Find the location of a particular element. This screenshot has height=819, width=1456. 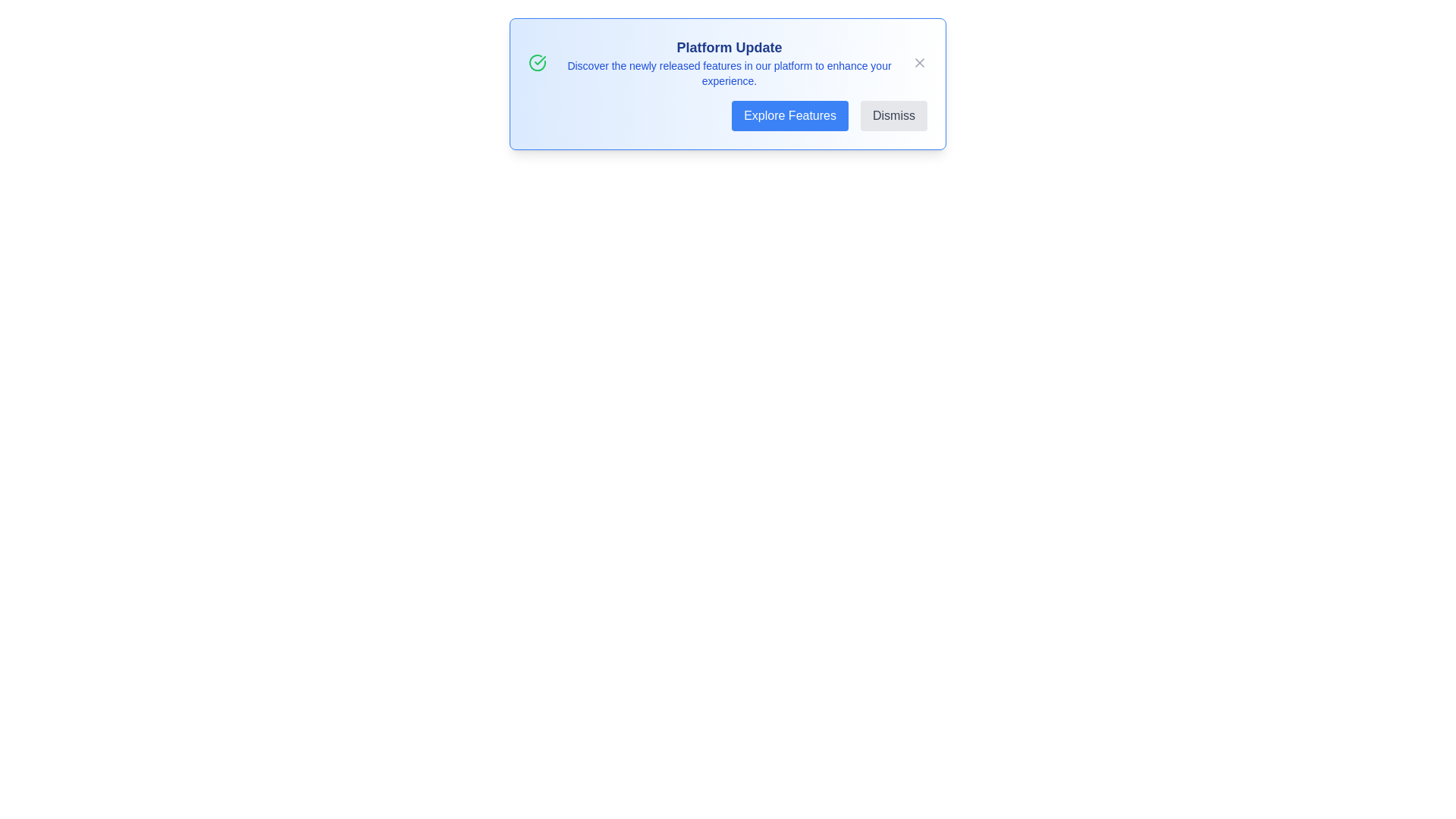

close button to dismiss the alert is located at coordinates (919, 62).